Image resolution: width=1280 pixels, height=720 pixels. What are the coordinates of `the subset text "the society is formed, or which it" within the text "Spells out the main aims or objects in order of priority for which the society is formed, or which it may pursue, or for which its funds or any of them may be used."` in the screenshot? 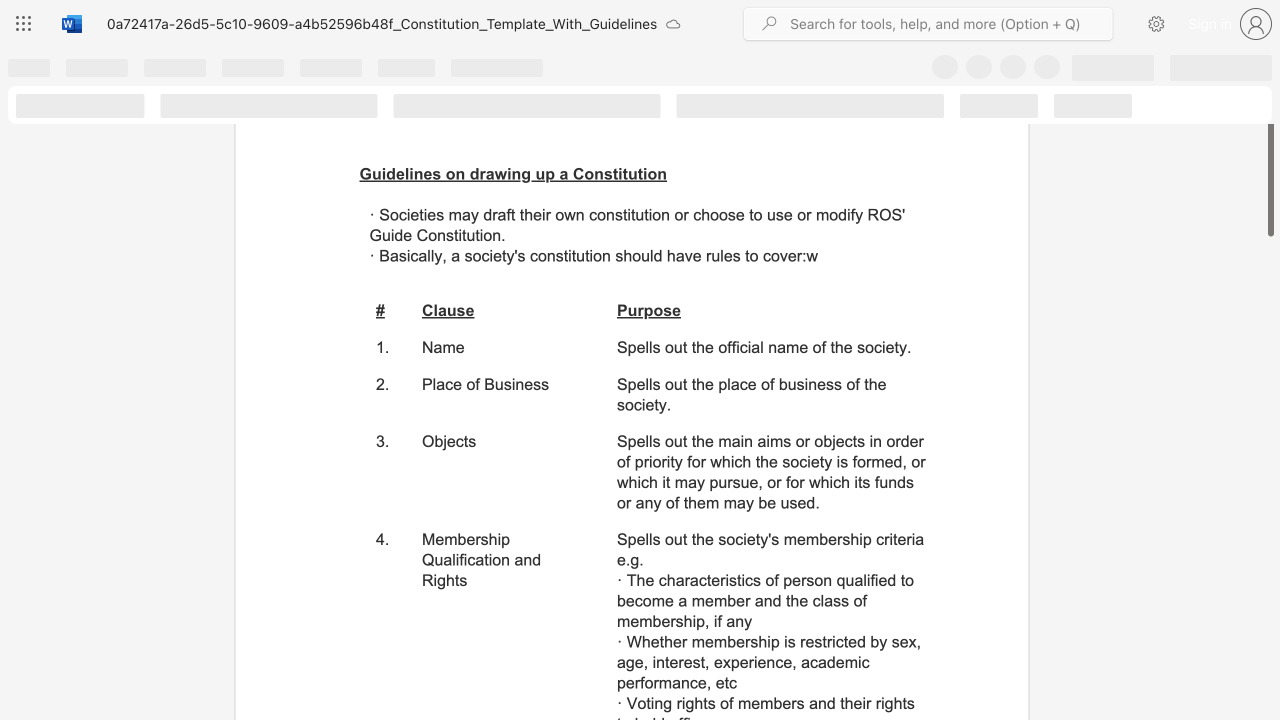 It's located at (754, 462).